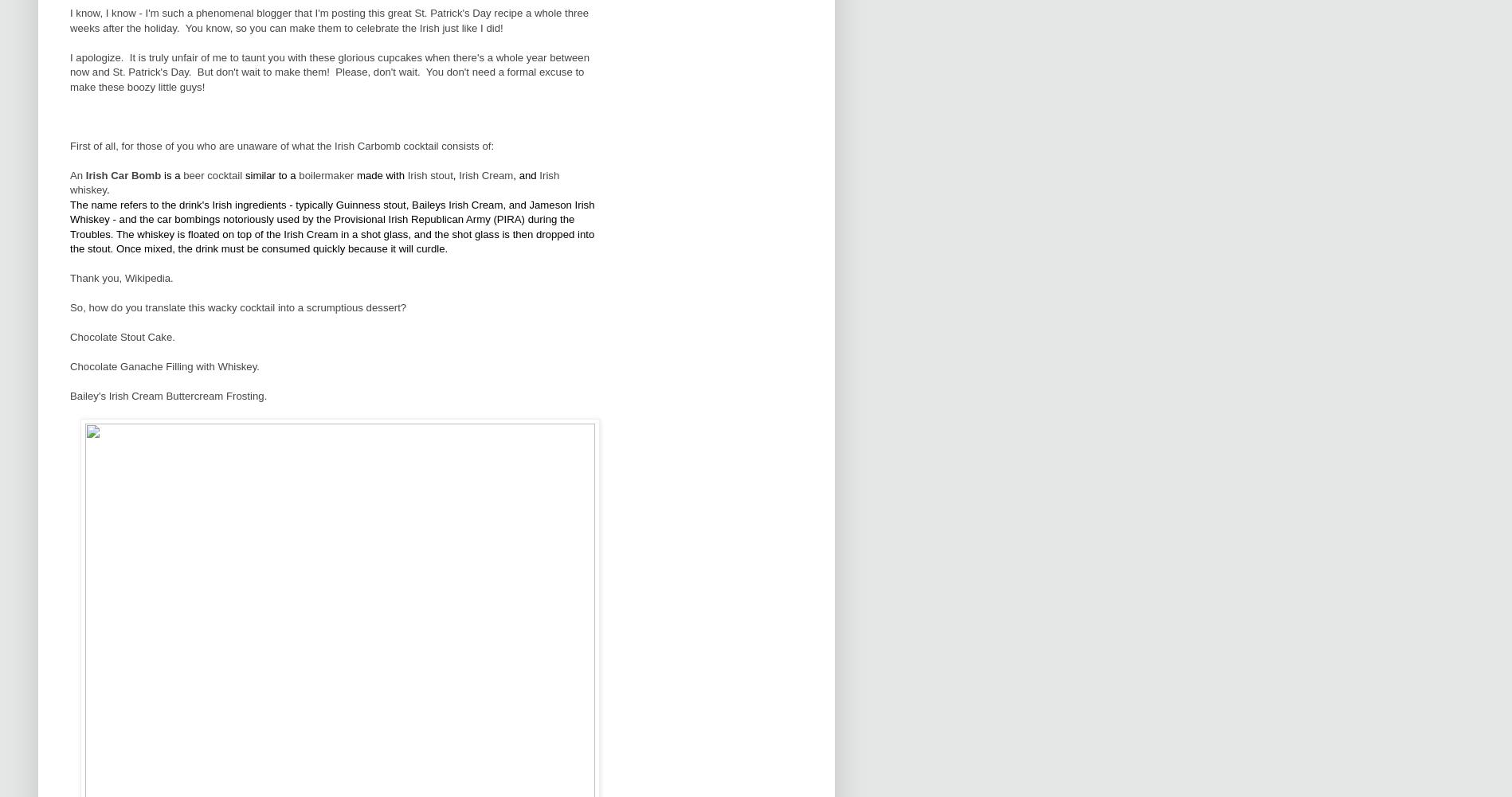 The height and width of the screenshot is (797, 1512). What do you see at coordinates (70, 278) in the screenshot?
I see `'Thank you, Wikipedia.'` at bounding box center [70, 278].